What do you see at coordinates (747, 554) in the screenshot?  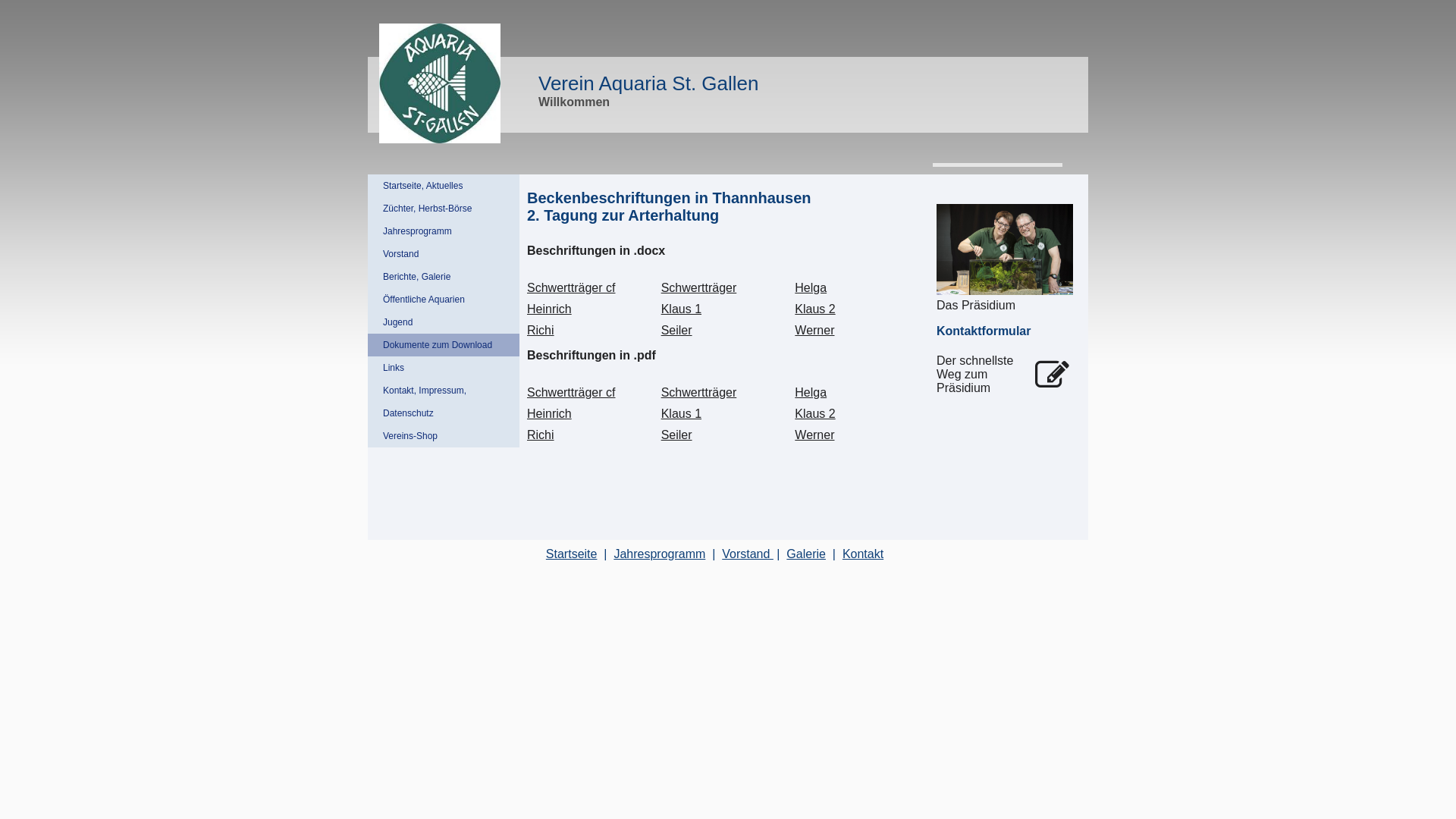 I see `'Vorstand '` at bounding box center [747, 554].